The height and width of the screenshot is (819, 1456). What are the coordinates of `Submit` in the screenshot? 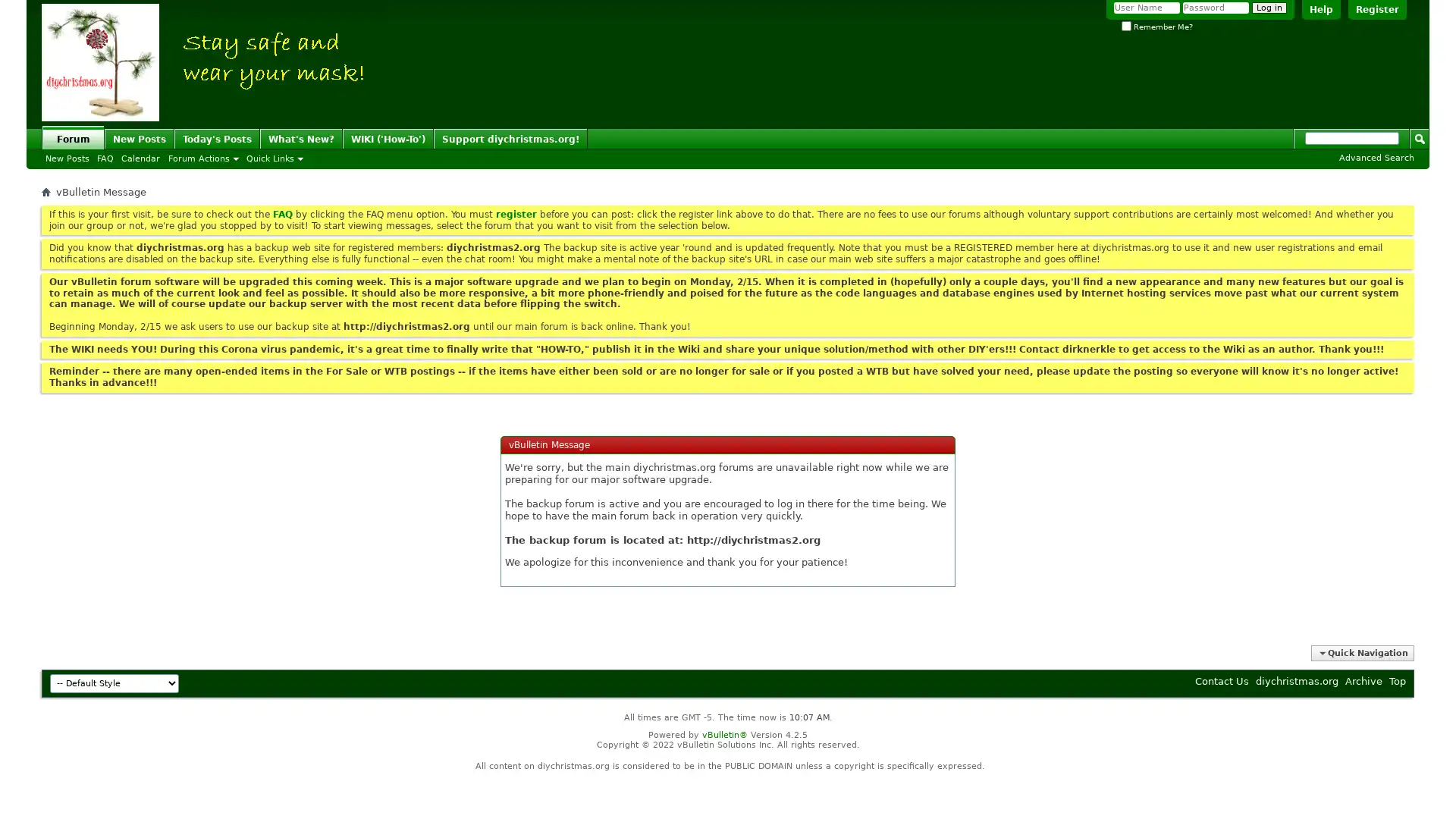 It's located at (1419, 137).